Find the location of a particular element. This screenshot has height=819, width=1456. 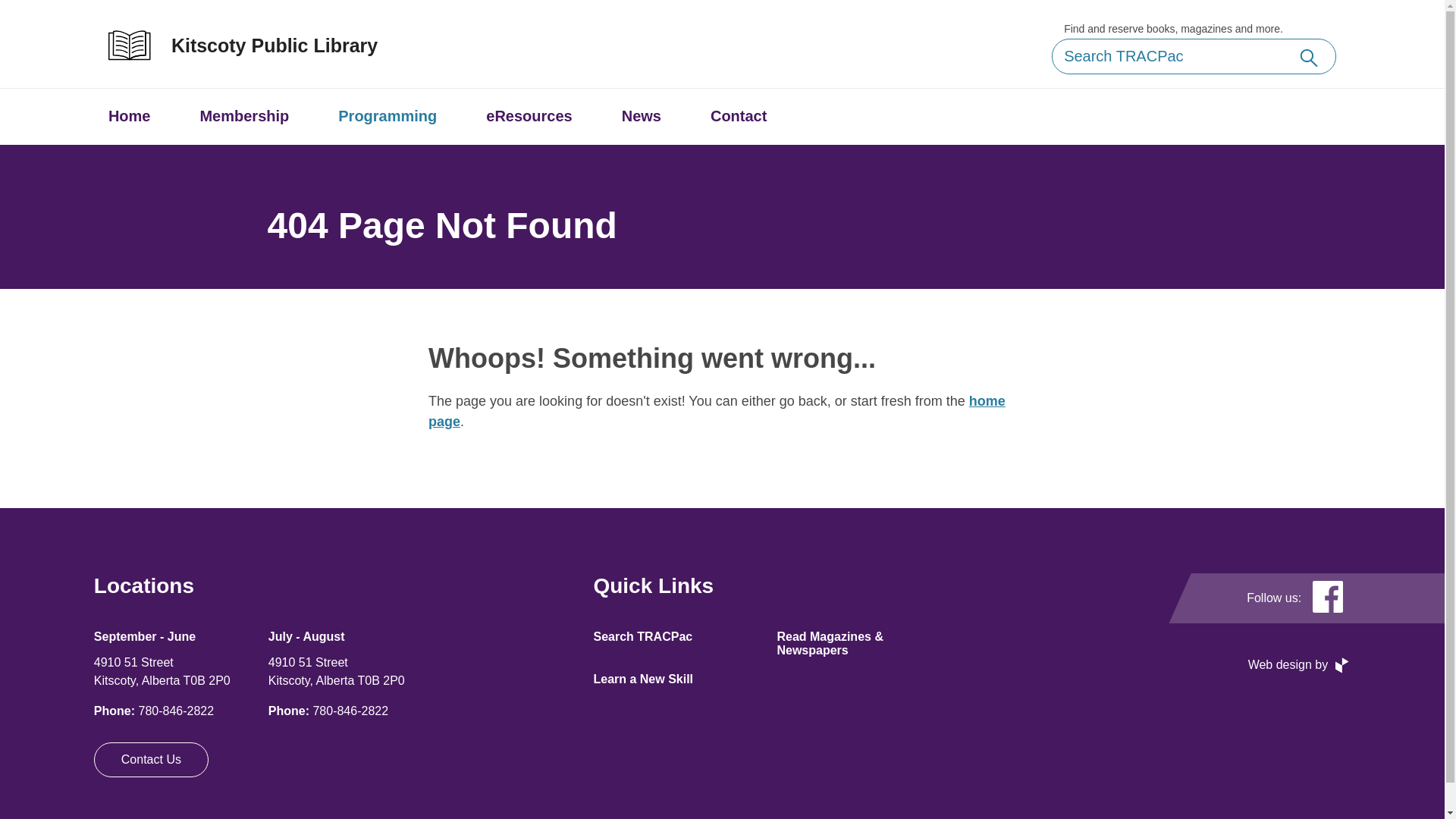

'Membership' is located at coordinates (243, 115).